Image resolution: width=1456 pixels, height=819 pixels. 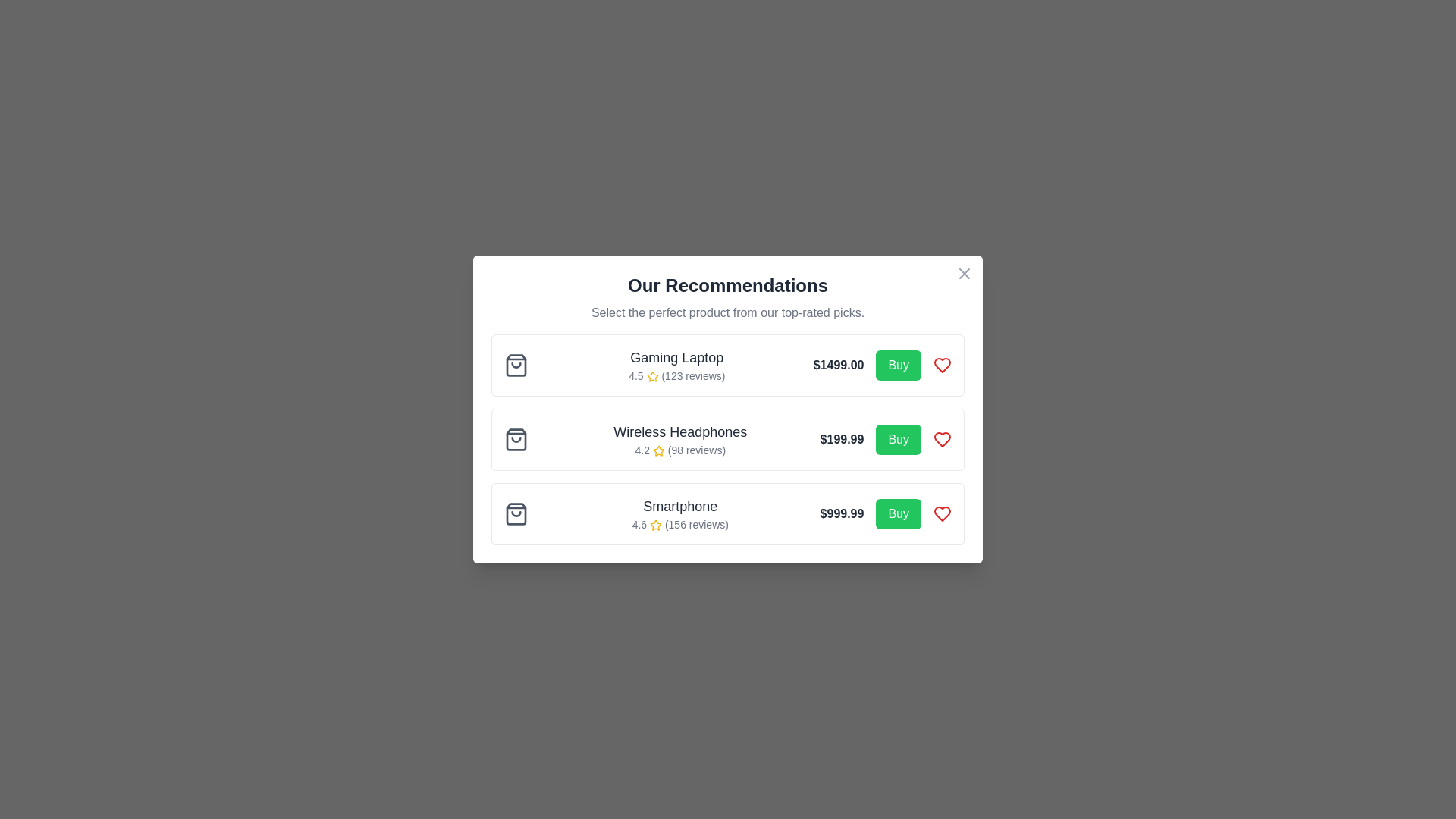 What do you see at coordinates (728, 513) in the screenshot?
I see `the Product recommendation card containing the 'Smartphone' details` at bounding box center [728, 513].